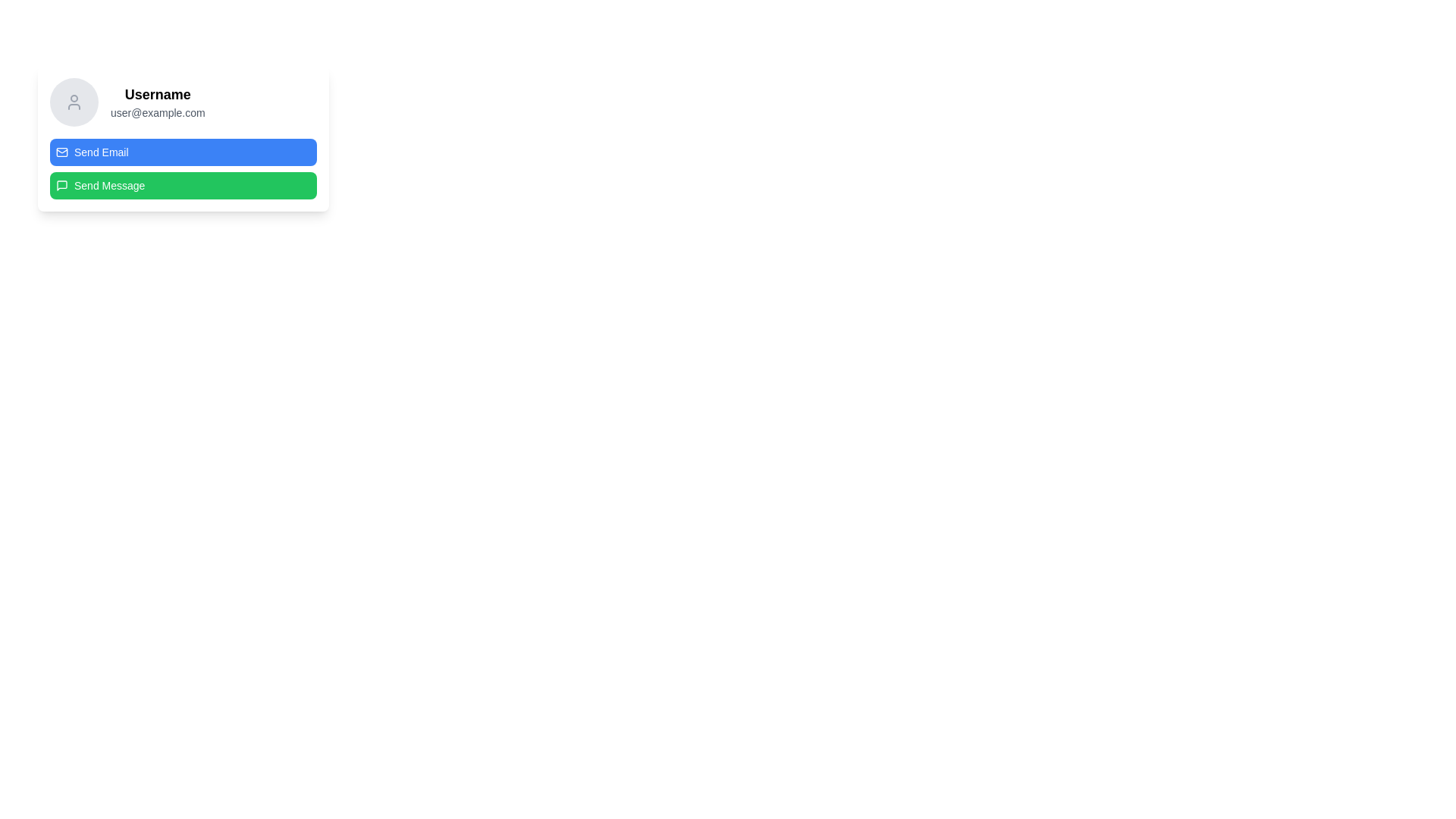  I want to click on the button labeled 'Send Email' which is styled with white text on a blue background, positioned centrally within its rectangular button component, so click(100, 152).